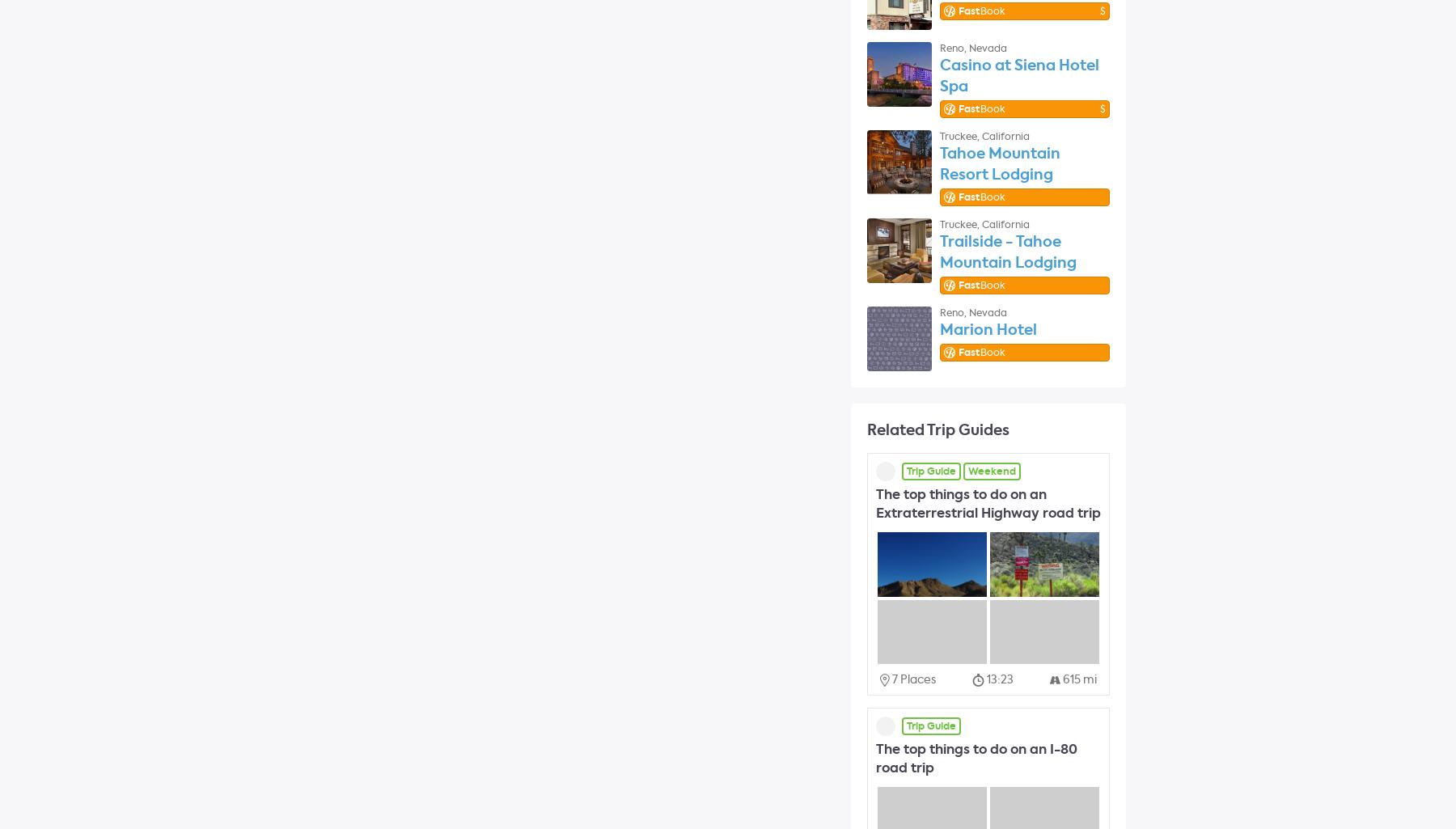 The width and height of the screenshot is (1456, 829). What do you see at coordinates (939, 163) in the screenshot?
I see `'Tahoe Mountain Resort Lodging'` at bounding box center [939, 163].